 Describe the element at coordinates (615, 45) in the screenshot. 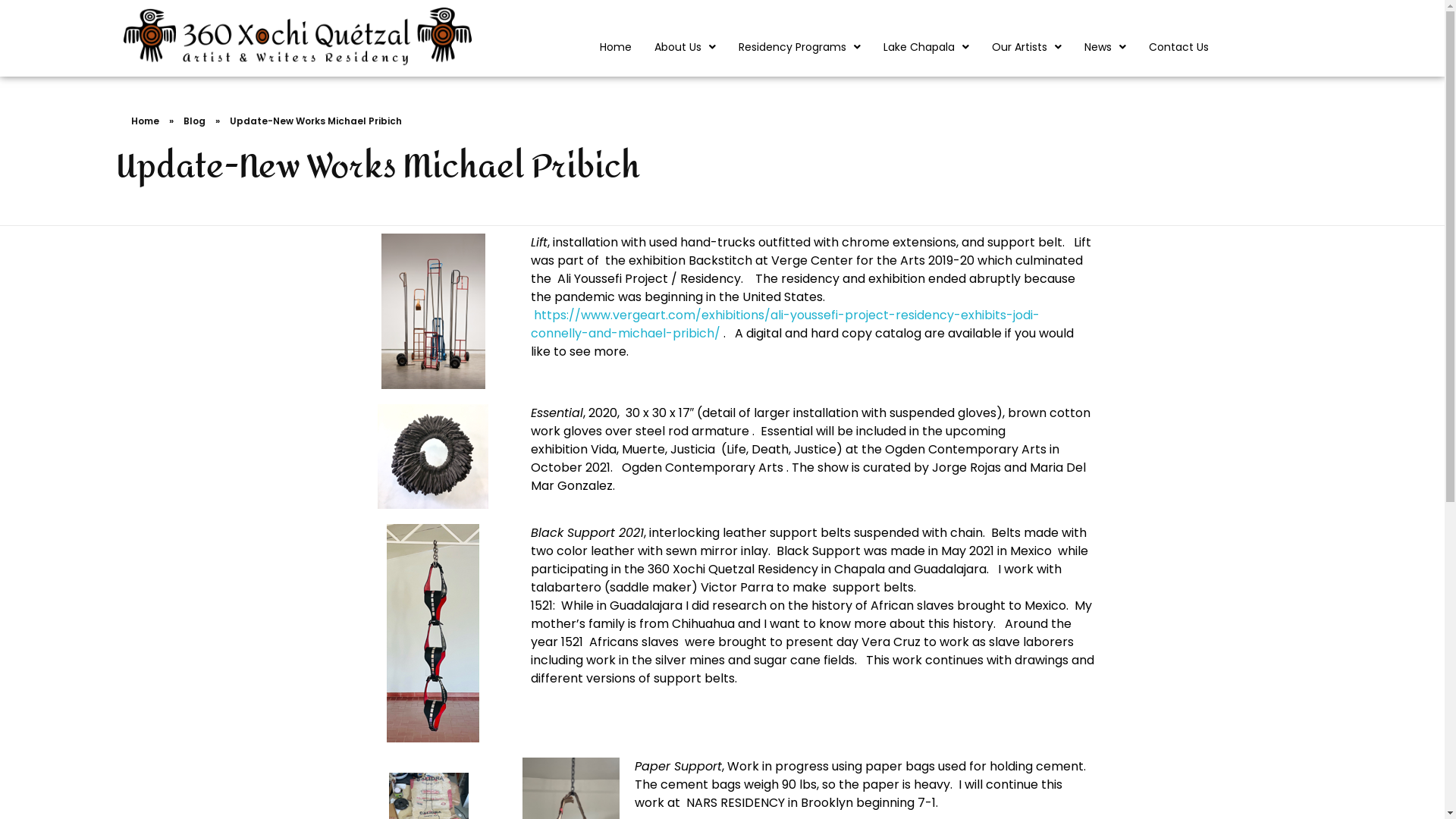

I see `'Home'` at that location.